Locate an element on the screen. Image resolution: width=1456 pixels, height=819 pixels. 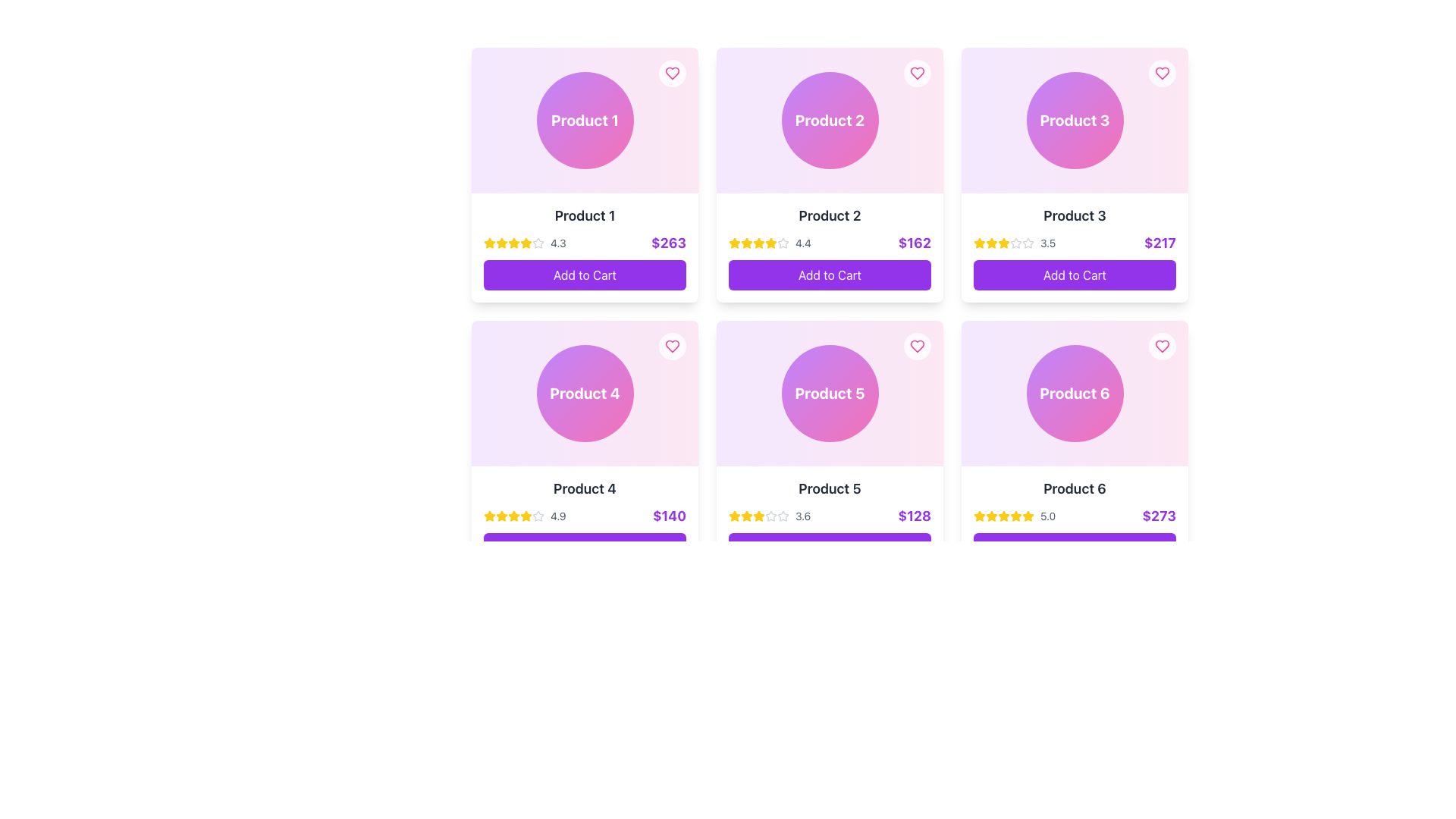
the 'favorite' button for the 'Product 3' card located at the top-right corner of the card is located at coordinates (1161, 73).